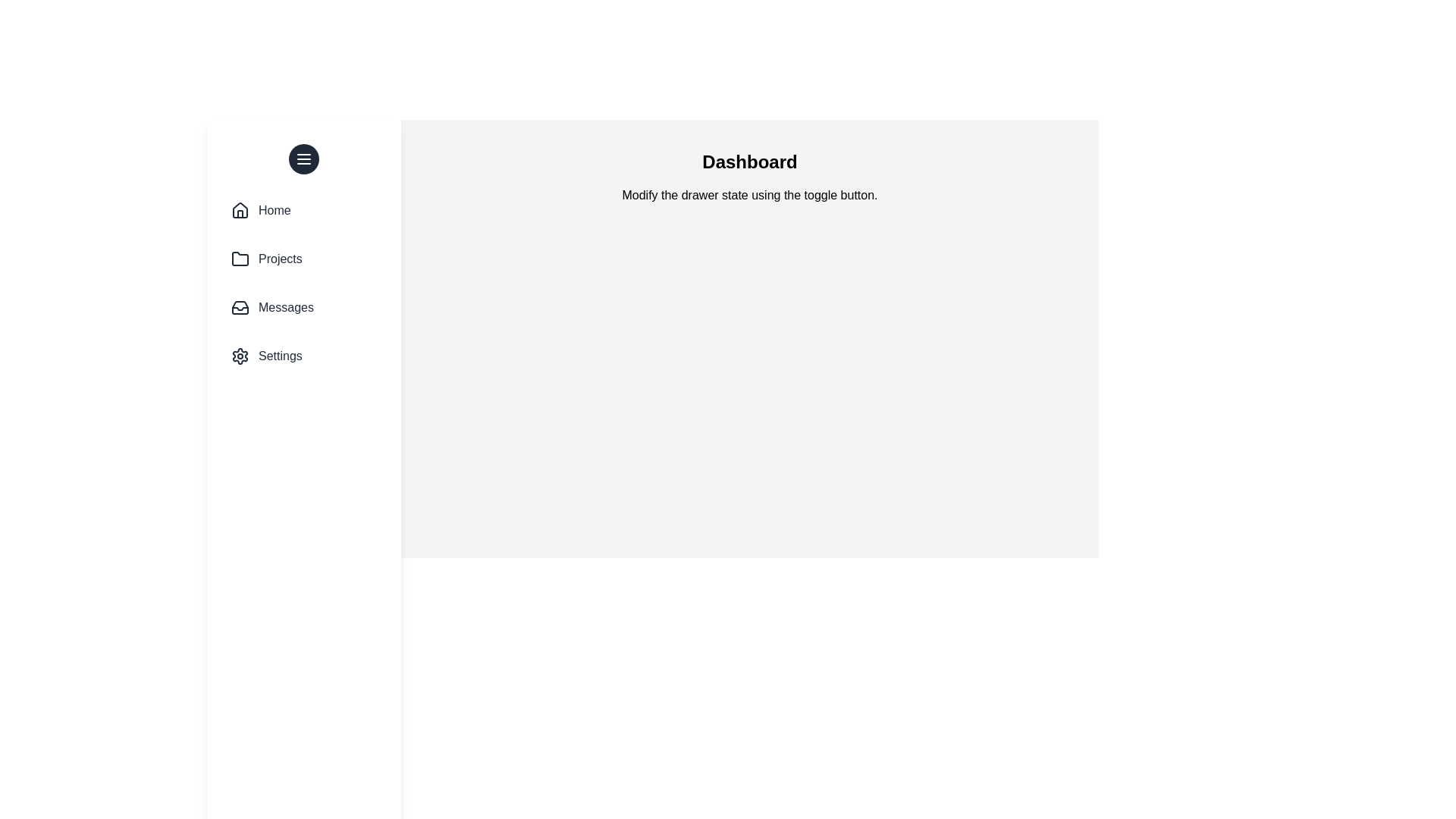 The image size is (1456, 819). Describe the element at coordinates (280, 356) in the screenshot. I see `the text 'Settings' in the drawer` at that location.